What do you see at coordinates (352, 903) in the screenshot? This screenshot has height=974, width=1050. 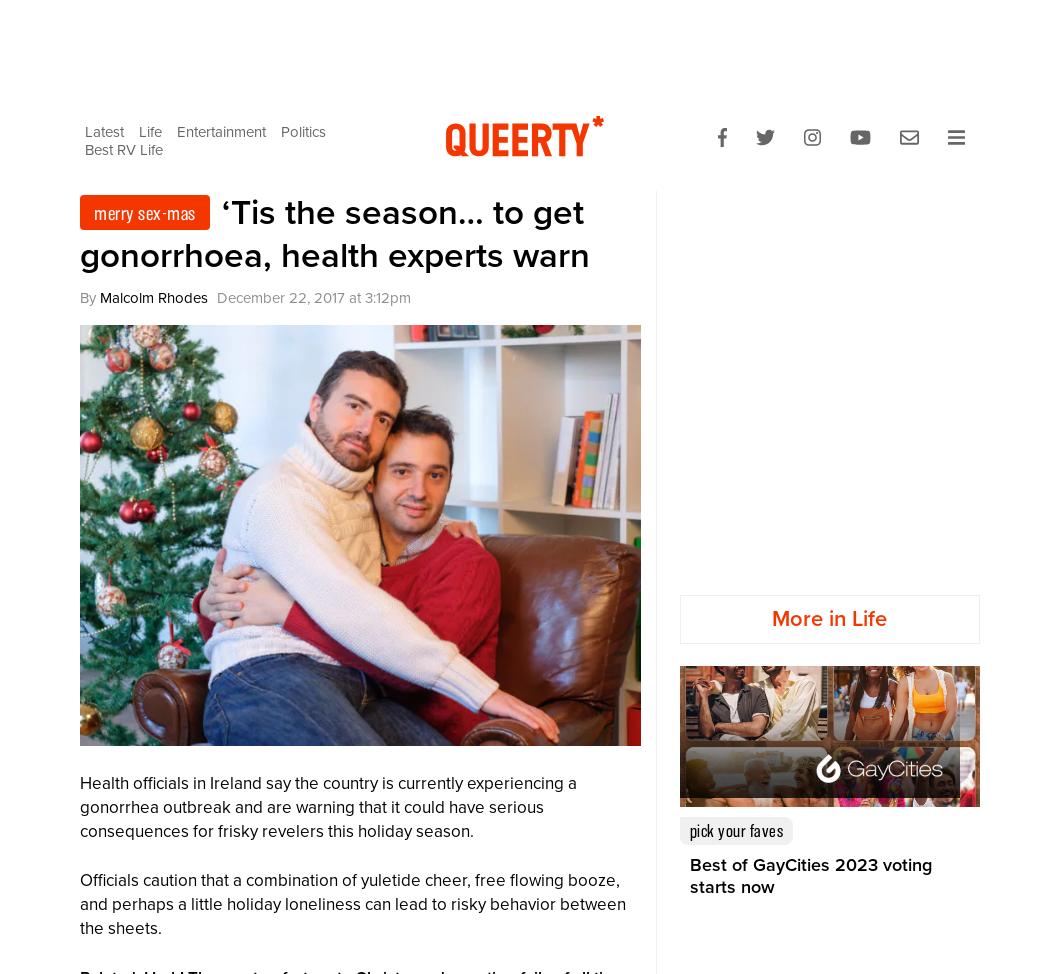 I see `'Officials caution that a combination of yuletide cheer, free flowing booze, and perhaps a little holiday loneliness can lead to risky behavior between the sheets.'` at bounding box center [352, 903].